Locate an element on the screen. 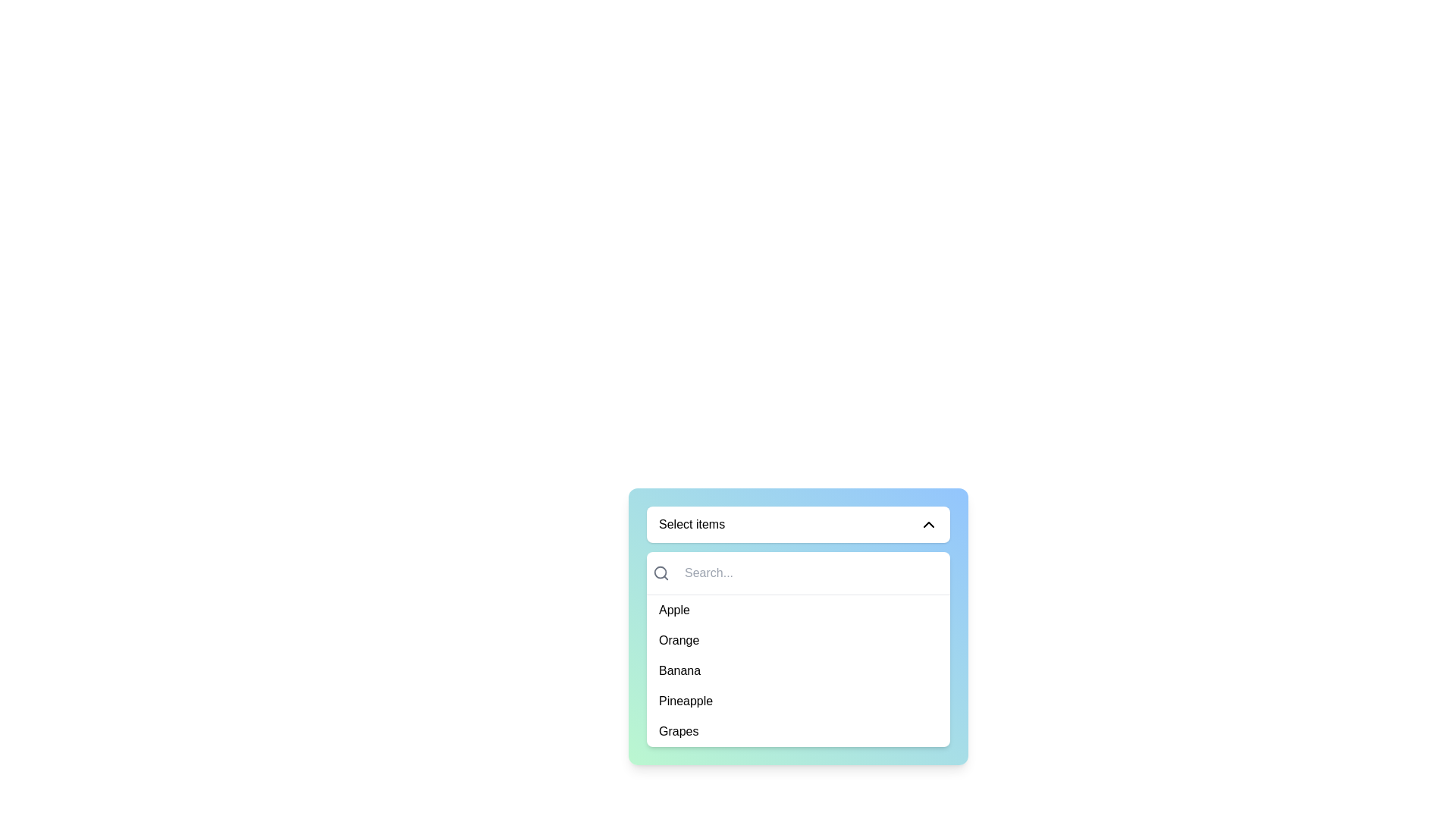  the 'Orange' text label, which is the second item in the dropdown menu is located at coordinates (678, 640).